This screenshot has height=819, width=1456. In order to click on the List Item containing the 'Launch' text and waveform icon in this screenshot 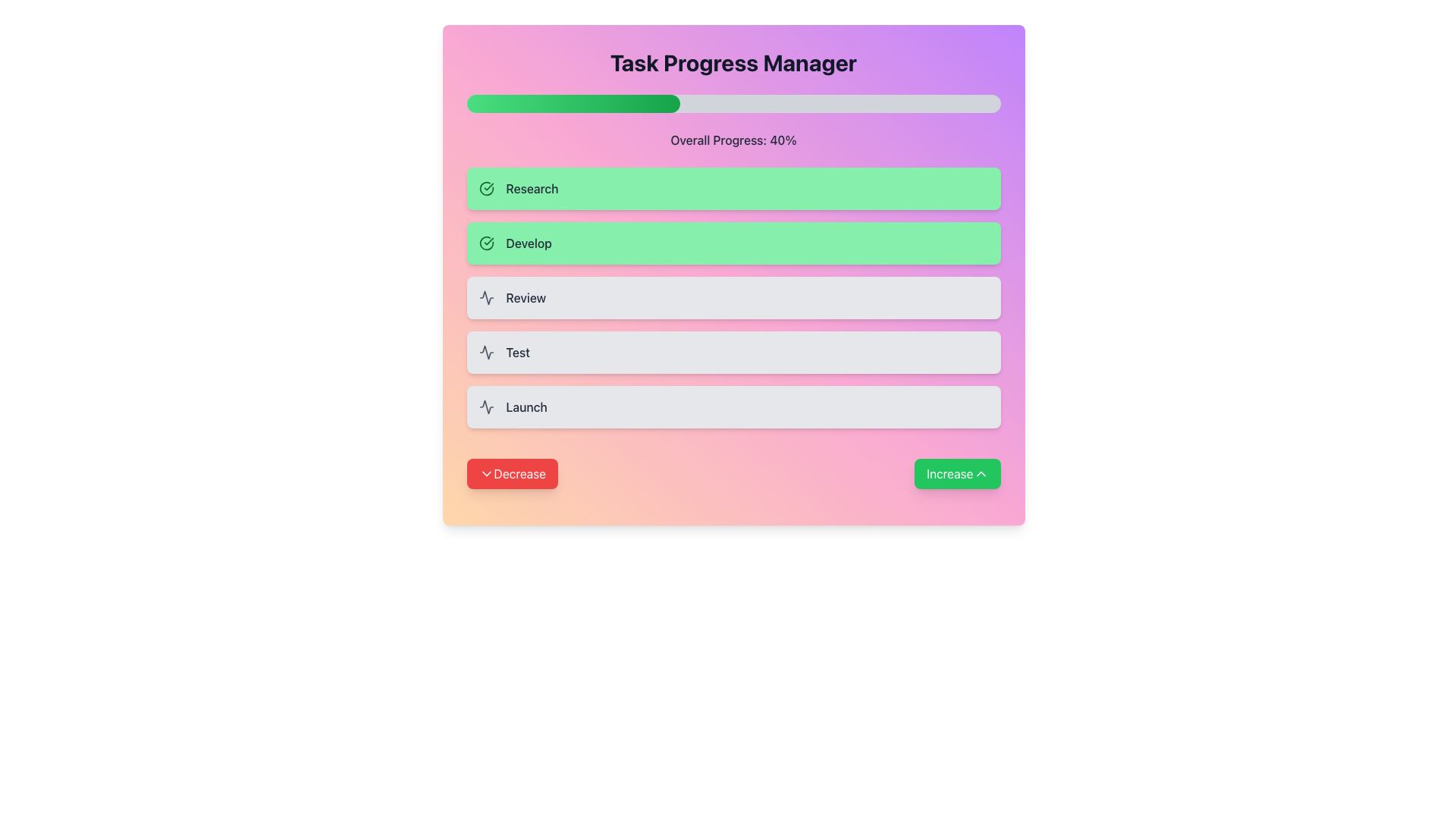, I will do `click(733, 406)`.